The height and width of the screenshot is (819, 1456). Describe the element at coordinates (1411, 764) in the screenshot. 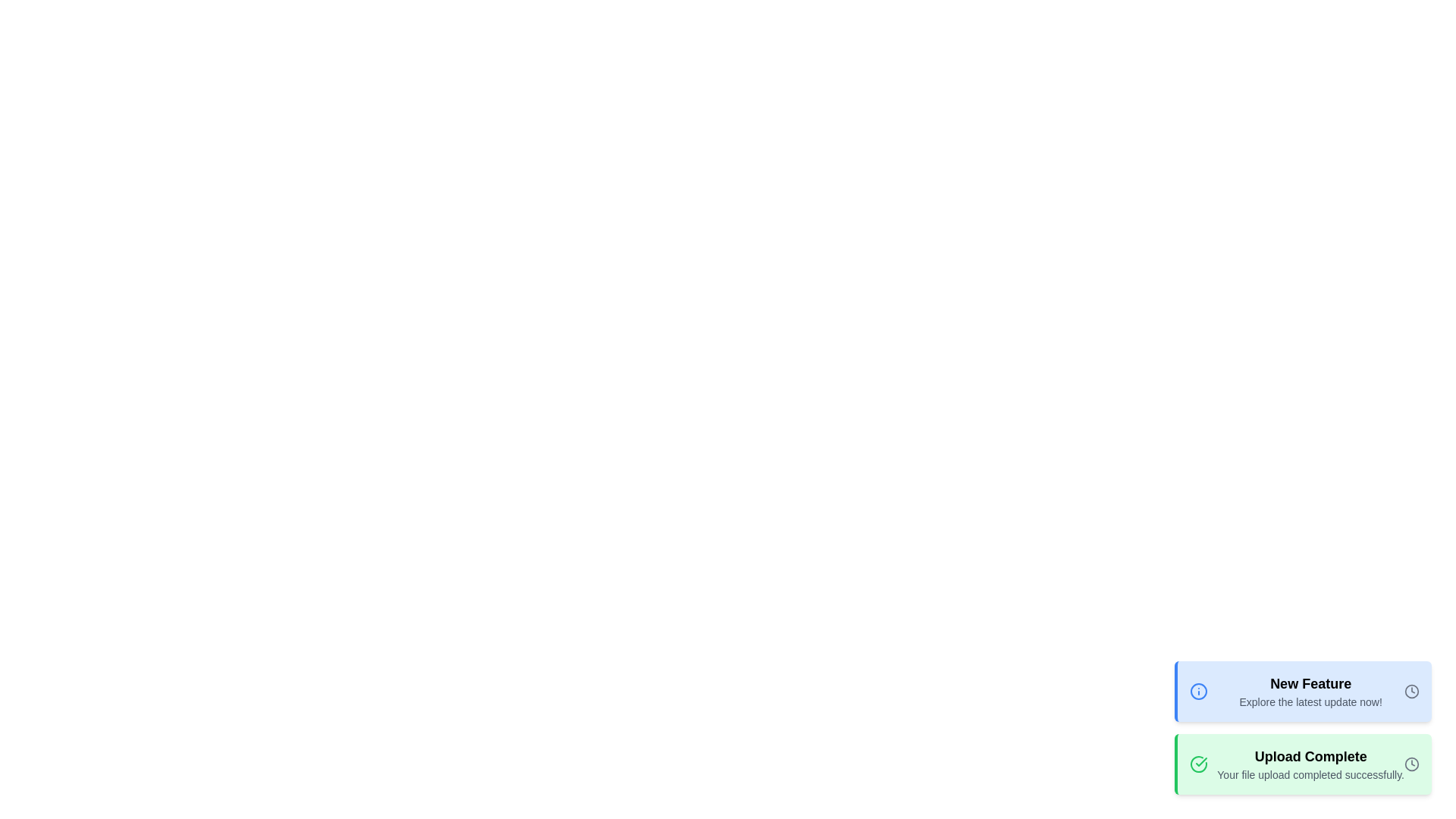

I see `the clear button for the notification with title Upload Complete` at that location.